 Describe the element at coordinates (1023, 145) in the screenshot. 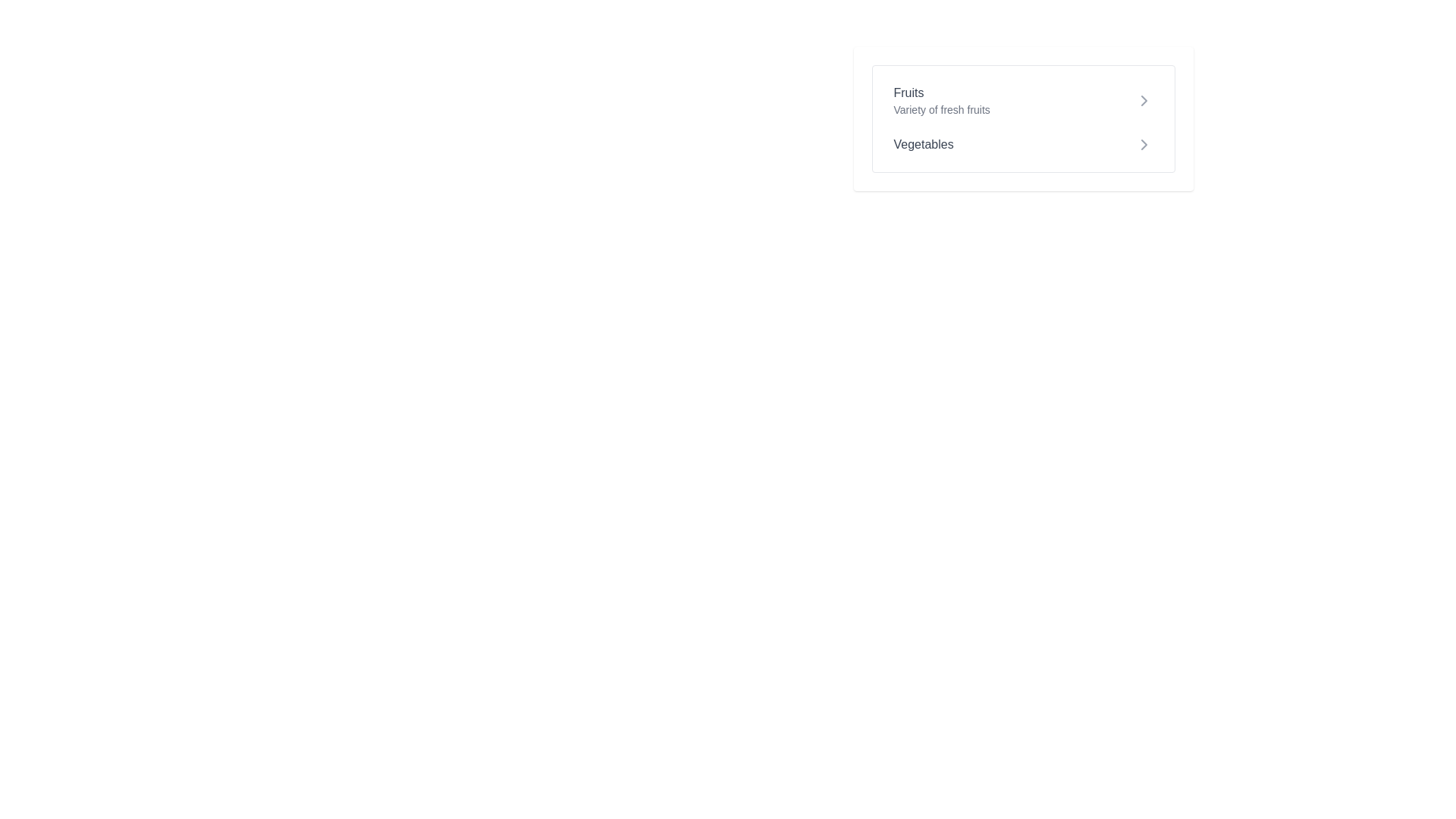

I see `the second list item labeled 'Vegetables'` at that location.